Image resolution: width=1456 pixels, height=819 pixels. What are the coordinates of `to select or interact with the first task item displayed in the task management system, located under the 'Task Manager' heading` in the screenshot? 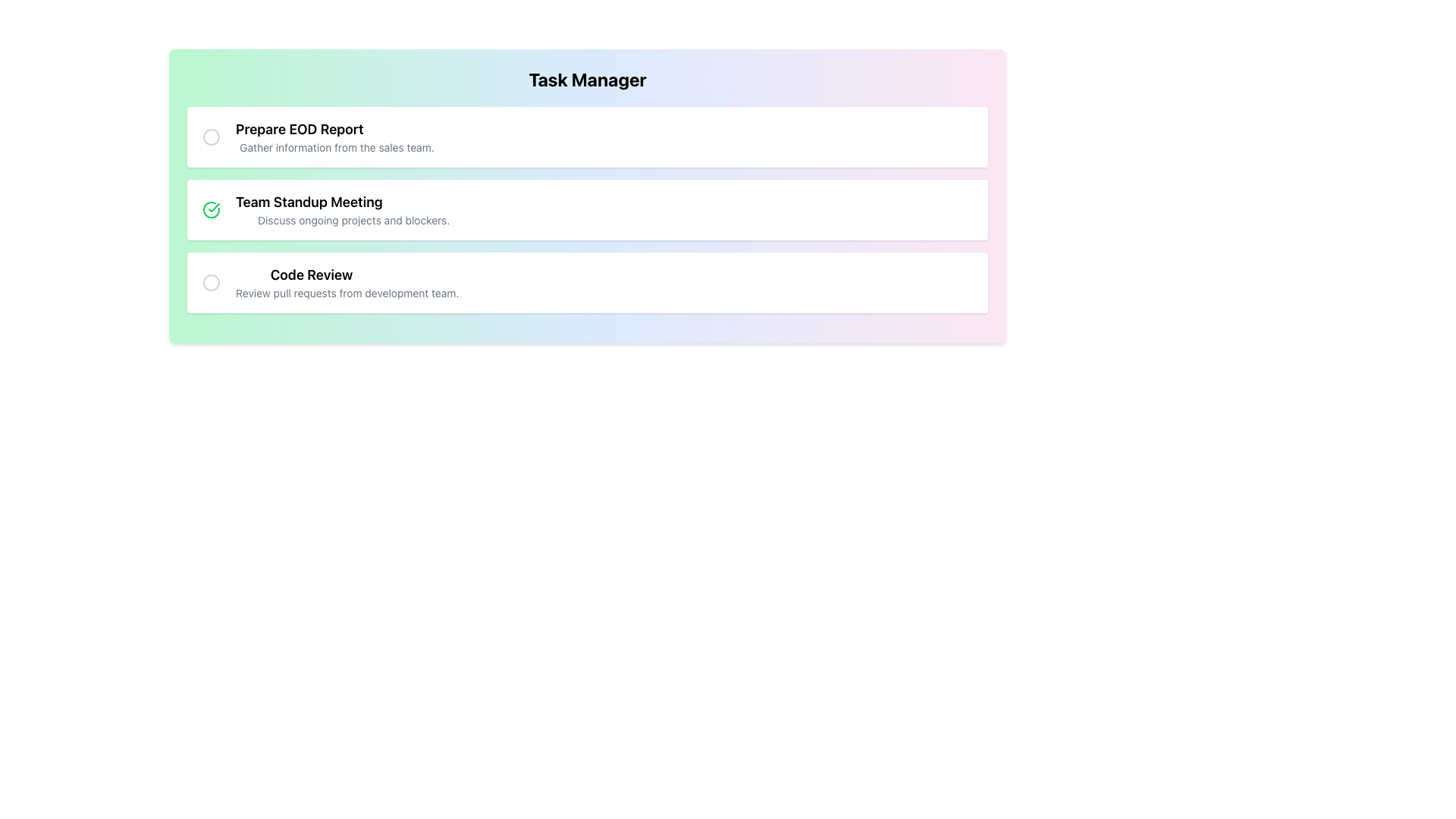 It's located at (318, 137).